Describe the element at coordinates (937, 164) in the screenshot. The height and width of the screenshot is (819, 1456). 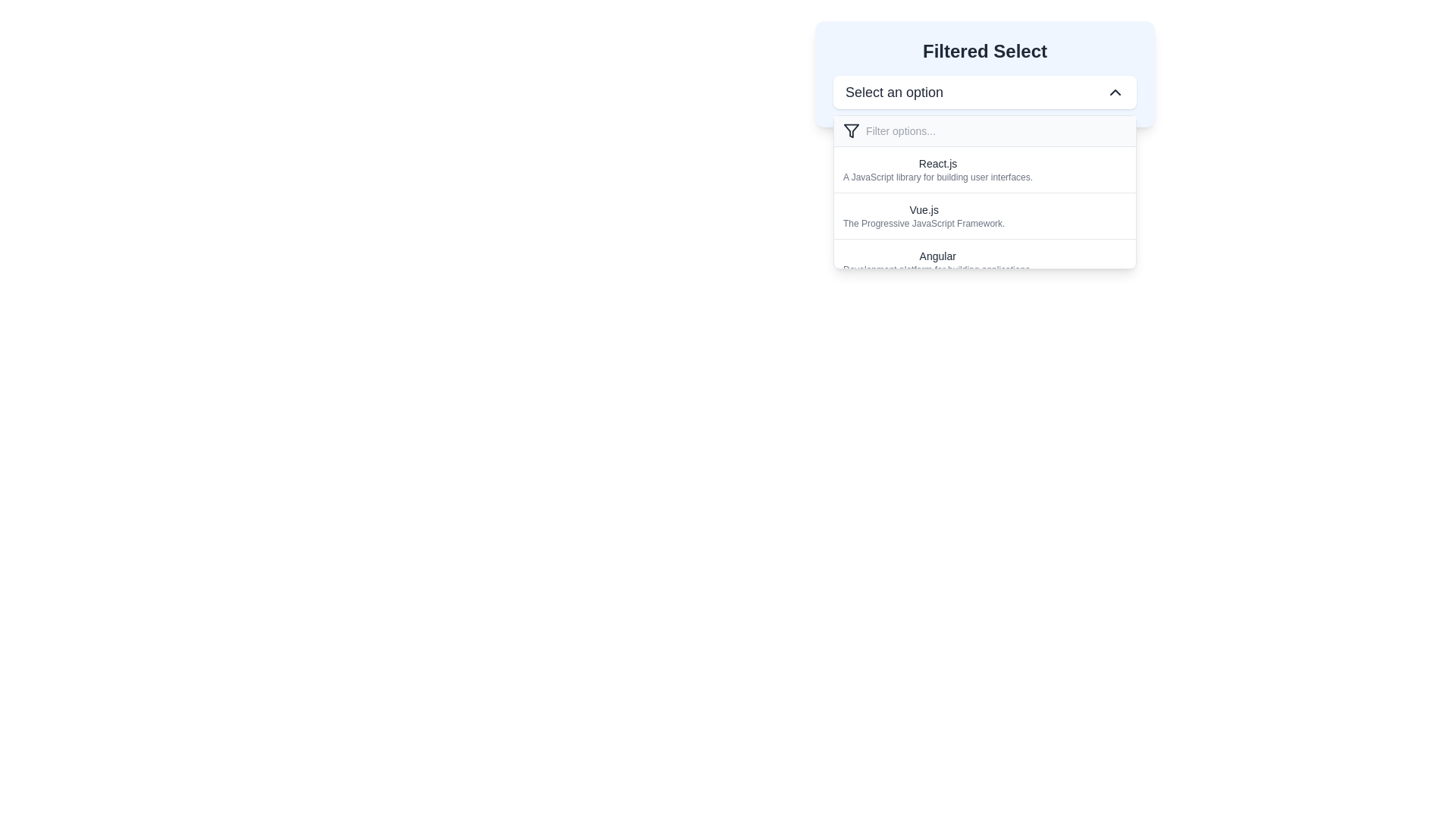
I see `the 'React.js' text label located at the top of the dropdown menu under 'Filtered Select' to interact with or select it` at that location.